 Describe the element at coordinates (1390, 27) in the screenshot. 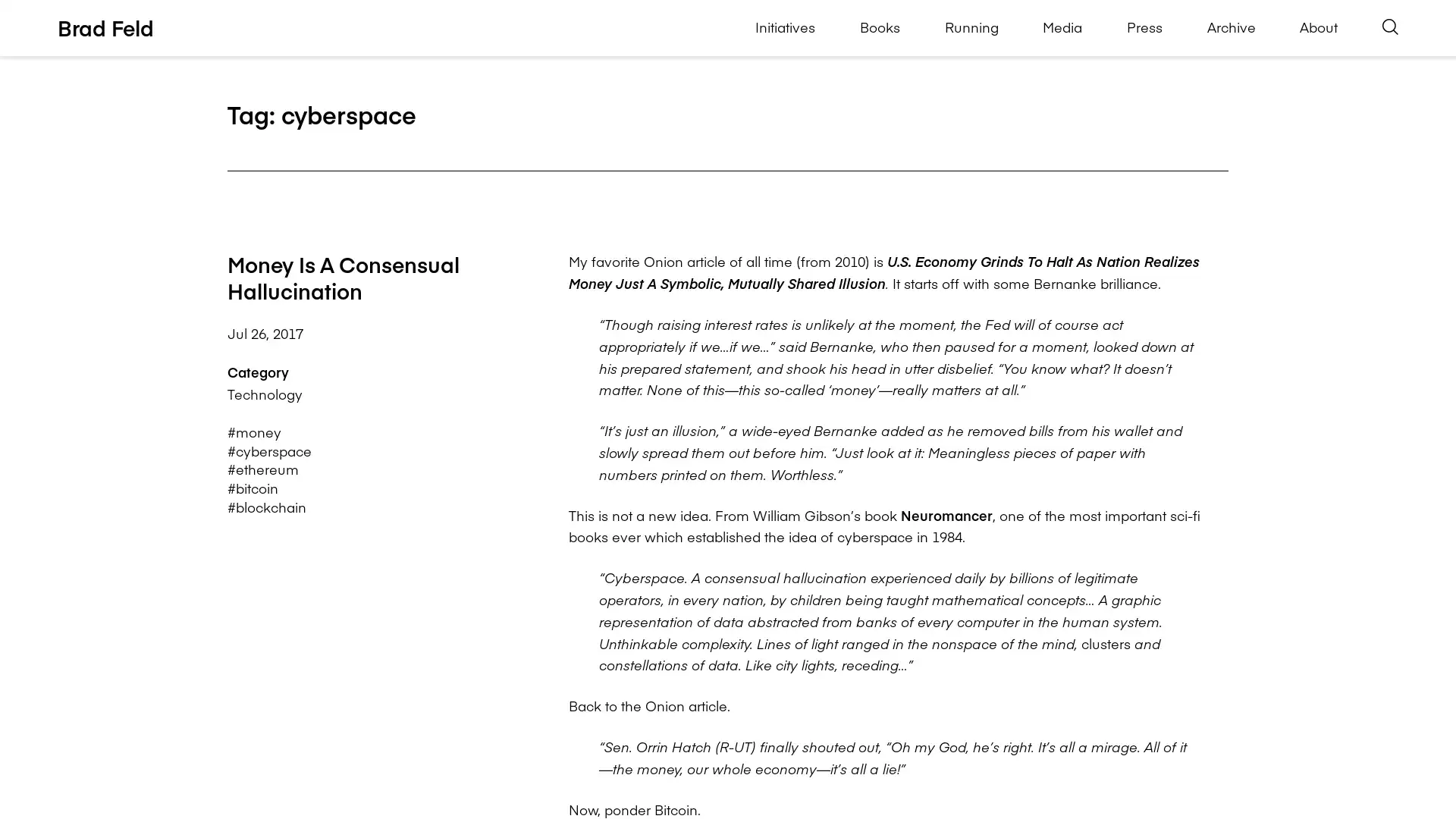

I see `Open Search` at that location.